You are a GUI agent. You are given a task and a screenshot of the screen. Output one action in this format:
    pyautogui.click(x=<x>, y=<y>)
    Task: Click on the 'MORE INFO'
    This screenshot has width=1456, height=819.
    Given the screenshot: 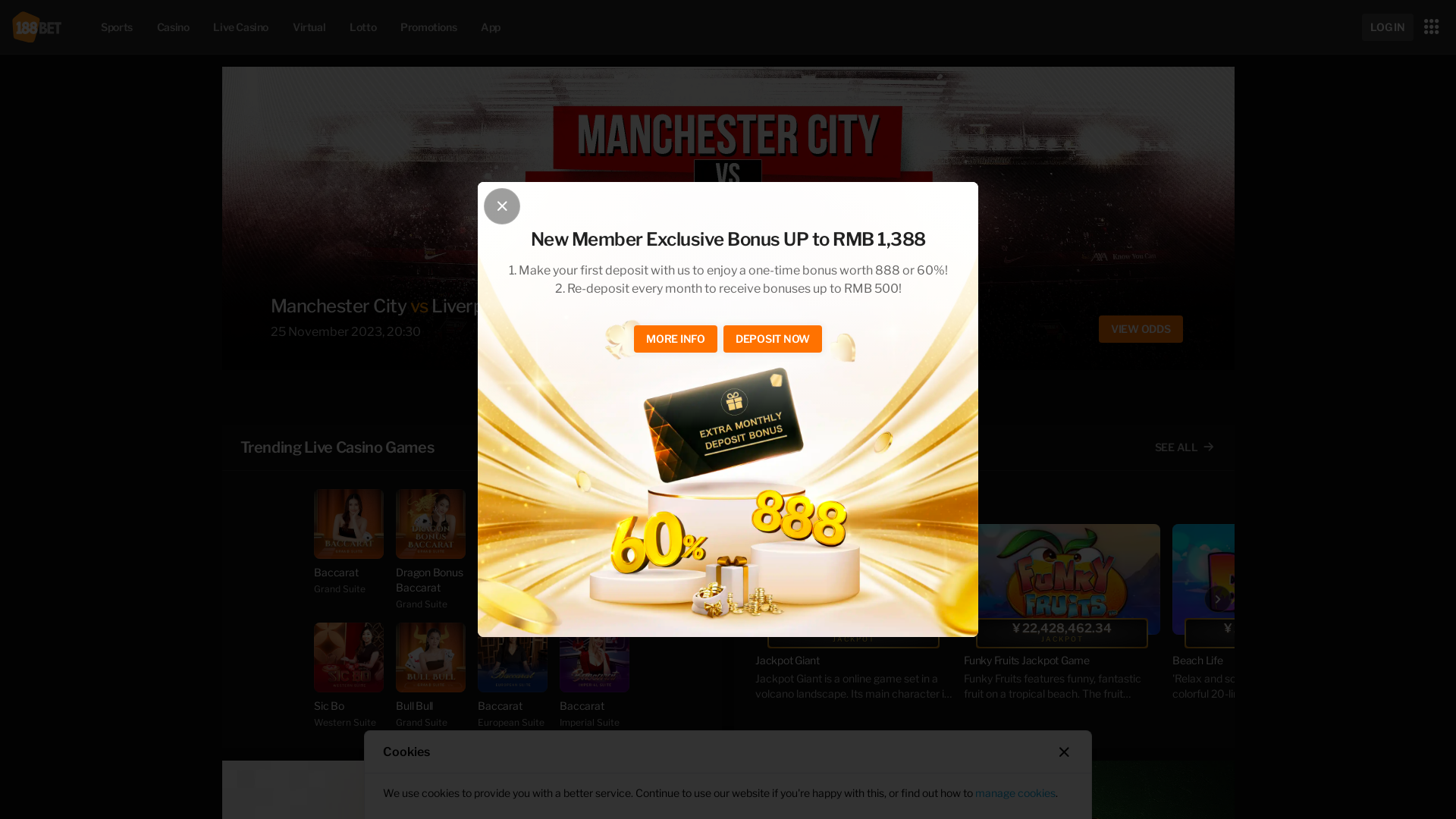 What is the action you would take?
    pyautogui.click(x=675, y=338)
    